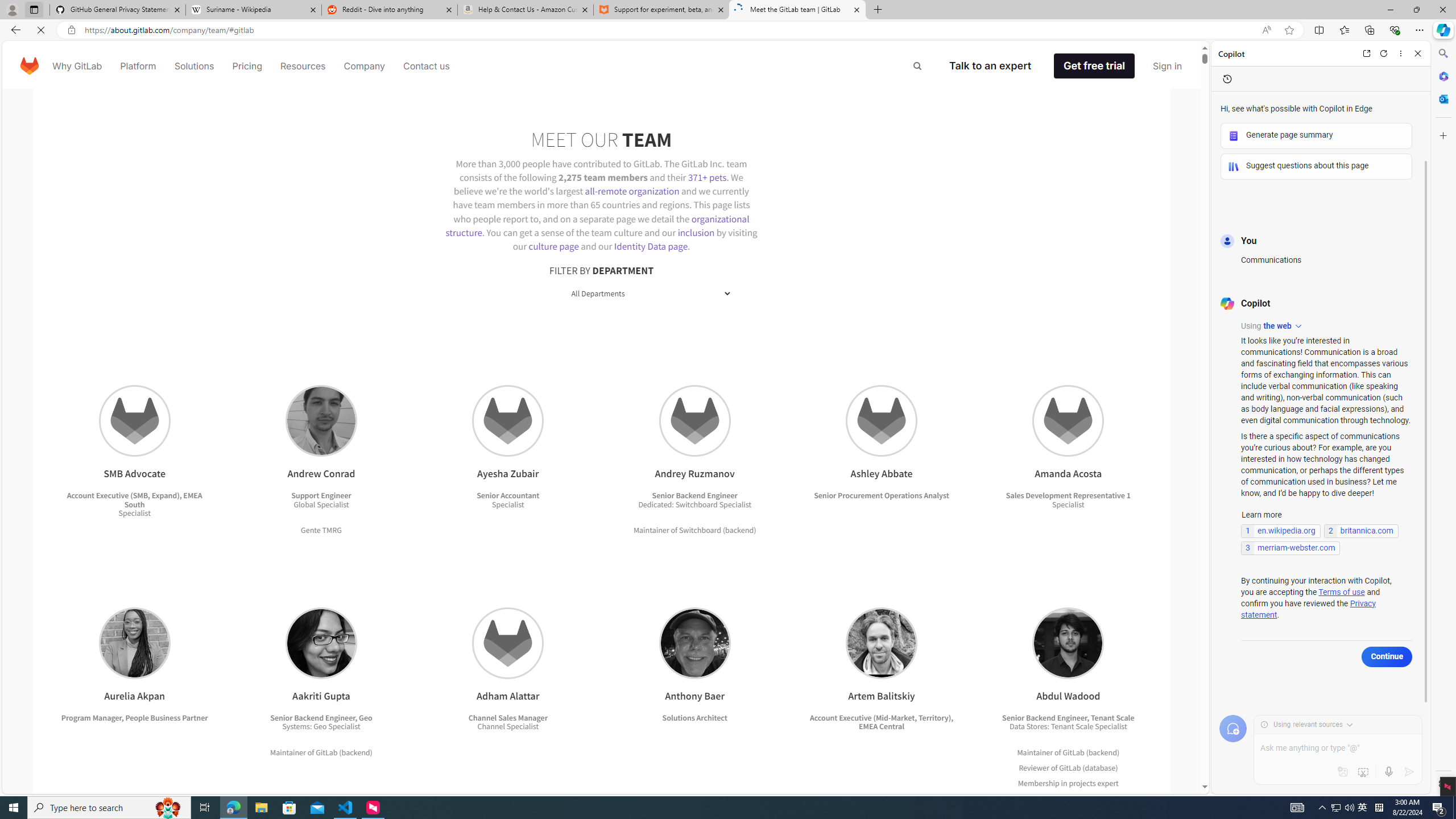  What do you see at coordinates (526, 9) in the screenshot?
I see `'Help & Contact Us - Amazon Customer Service - Sleeping'` at bounding box center [526, 9].